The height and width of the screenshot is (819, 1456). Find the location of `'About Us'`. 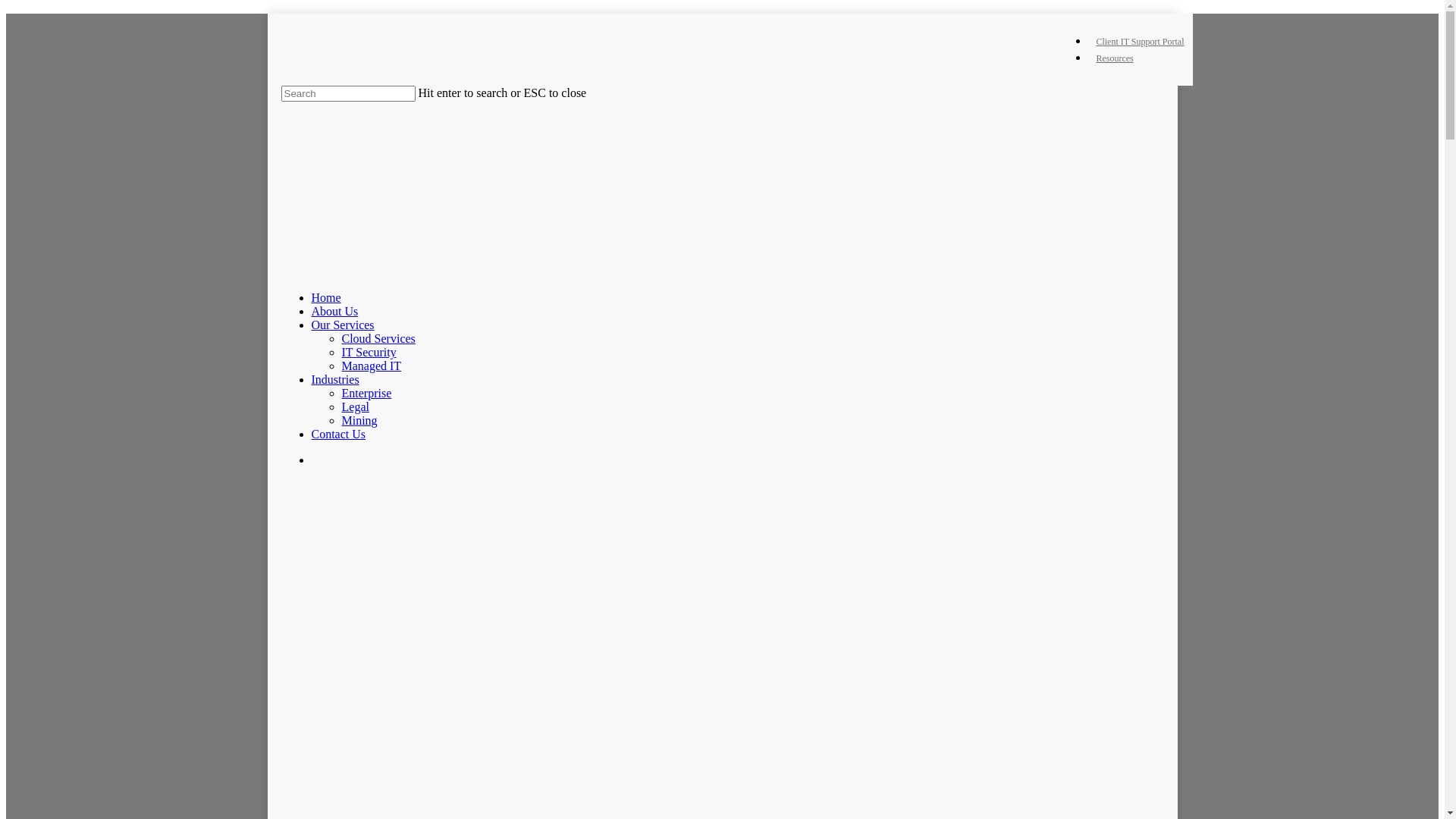

'About Us' is located at coordinates (334, 310).